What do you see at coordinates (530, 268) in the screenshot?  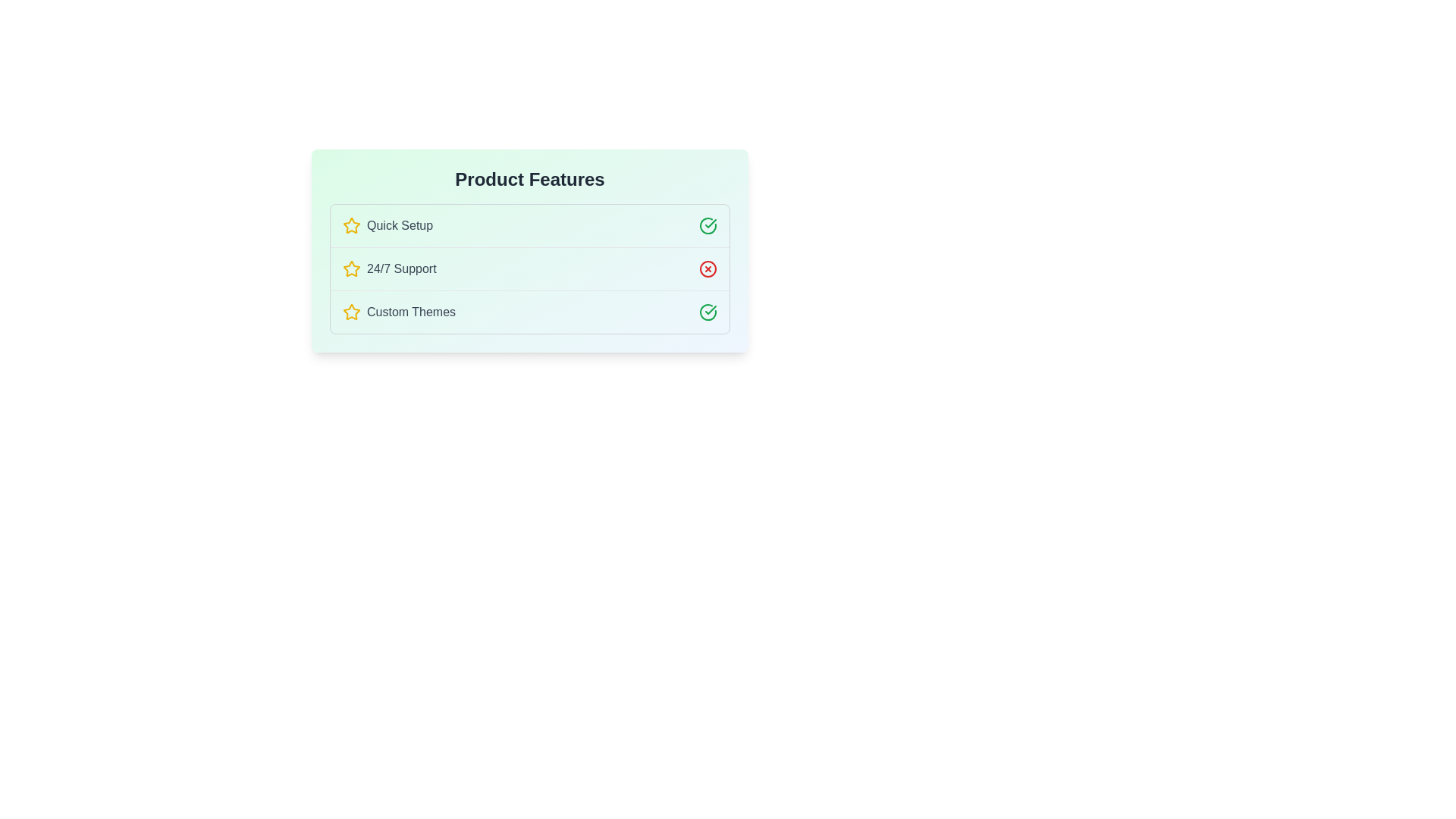 I see `the list item corresponding to 24/7 Support` at bounding box center [530, 268].